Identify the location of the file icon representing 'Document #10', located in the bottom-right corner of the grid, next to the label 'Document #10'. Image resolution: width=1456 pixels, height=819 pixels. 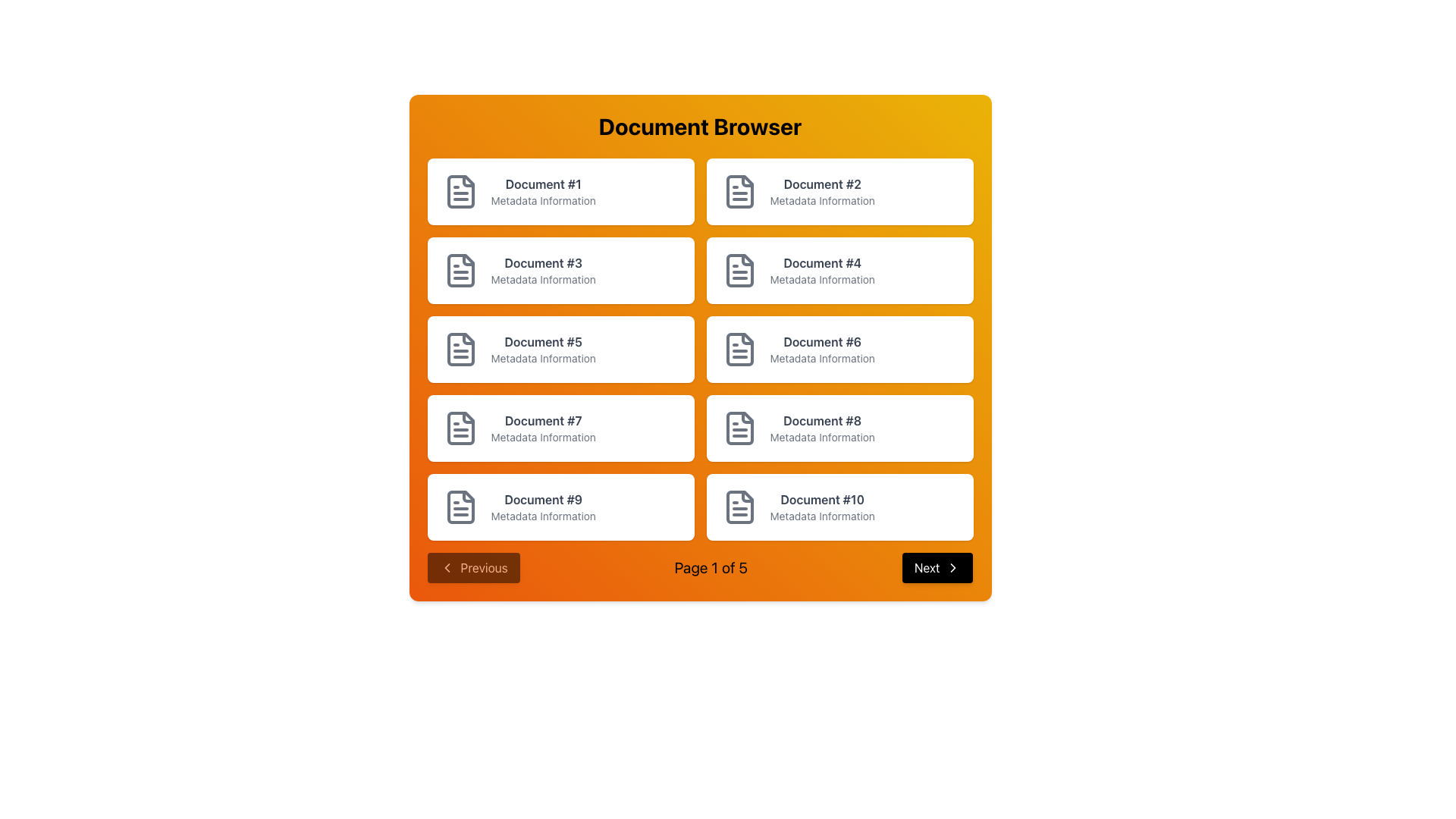
(739, 507).